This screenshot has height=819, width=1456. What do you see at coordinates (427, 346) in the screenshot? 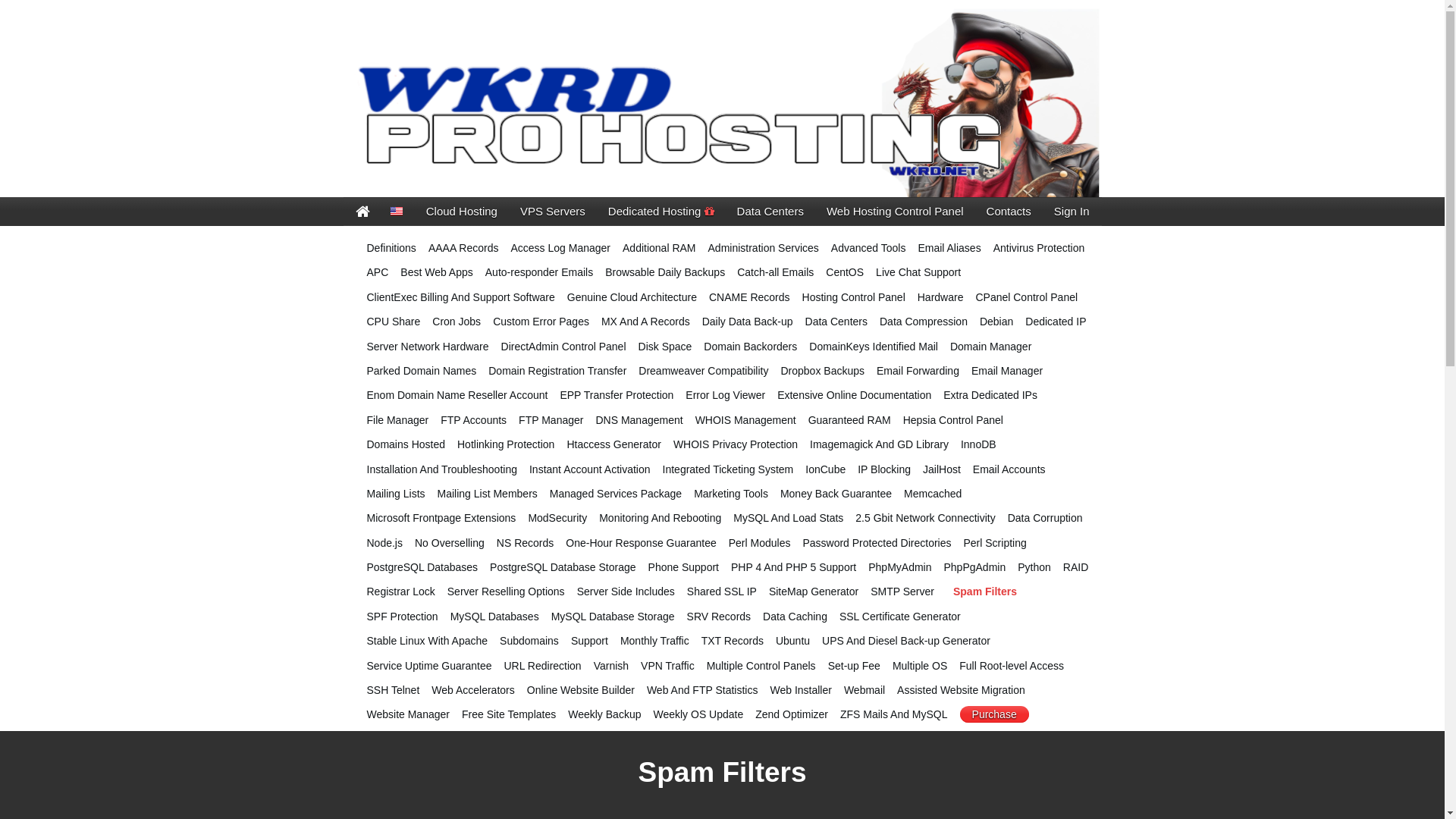
I see `'Server Network Hardware'` at bounding box center [427, 346].